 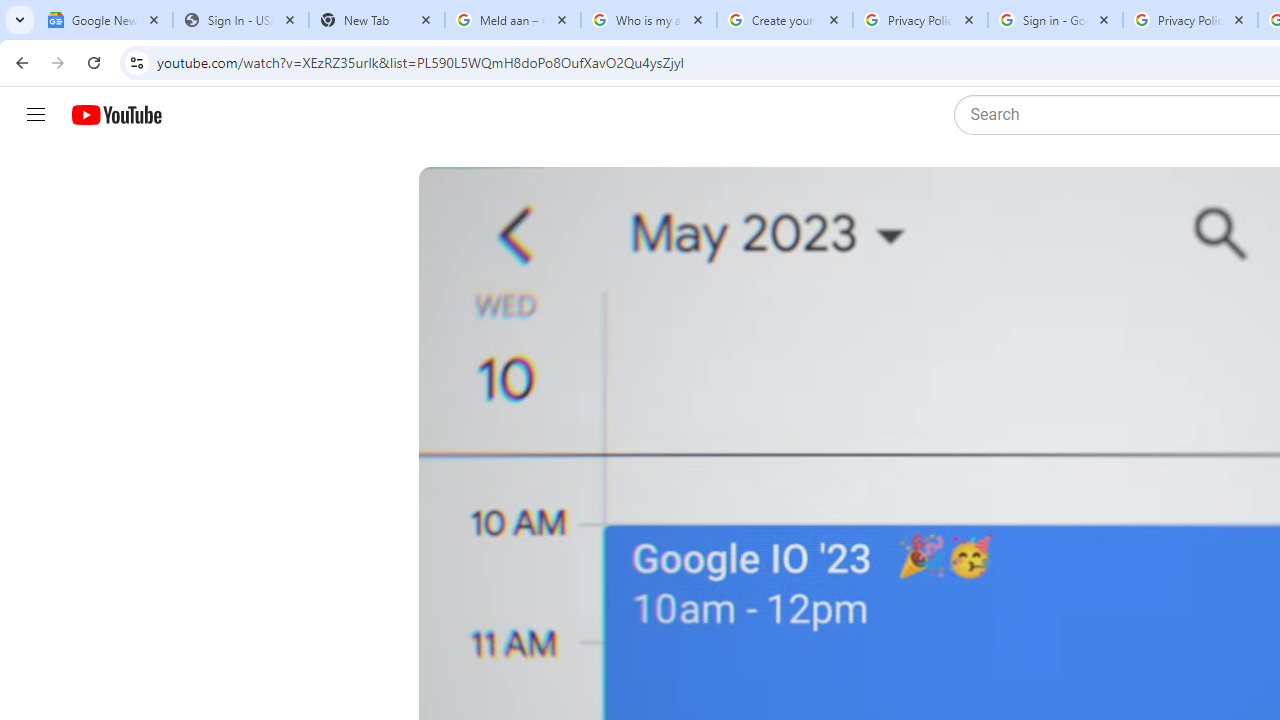 What do you see at coordinates (1054, 20) in the screenshot?
I see `'Sign in - Google Accounts'` at bounding box center [1054, 20].